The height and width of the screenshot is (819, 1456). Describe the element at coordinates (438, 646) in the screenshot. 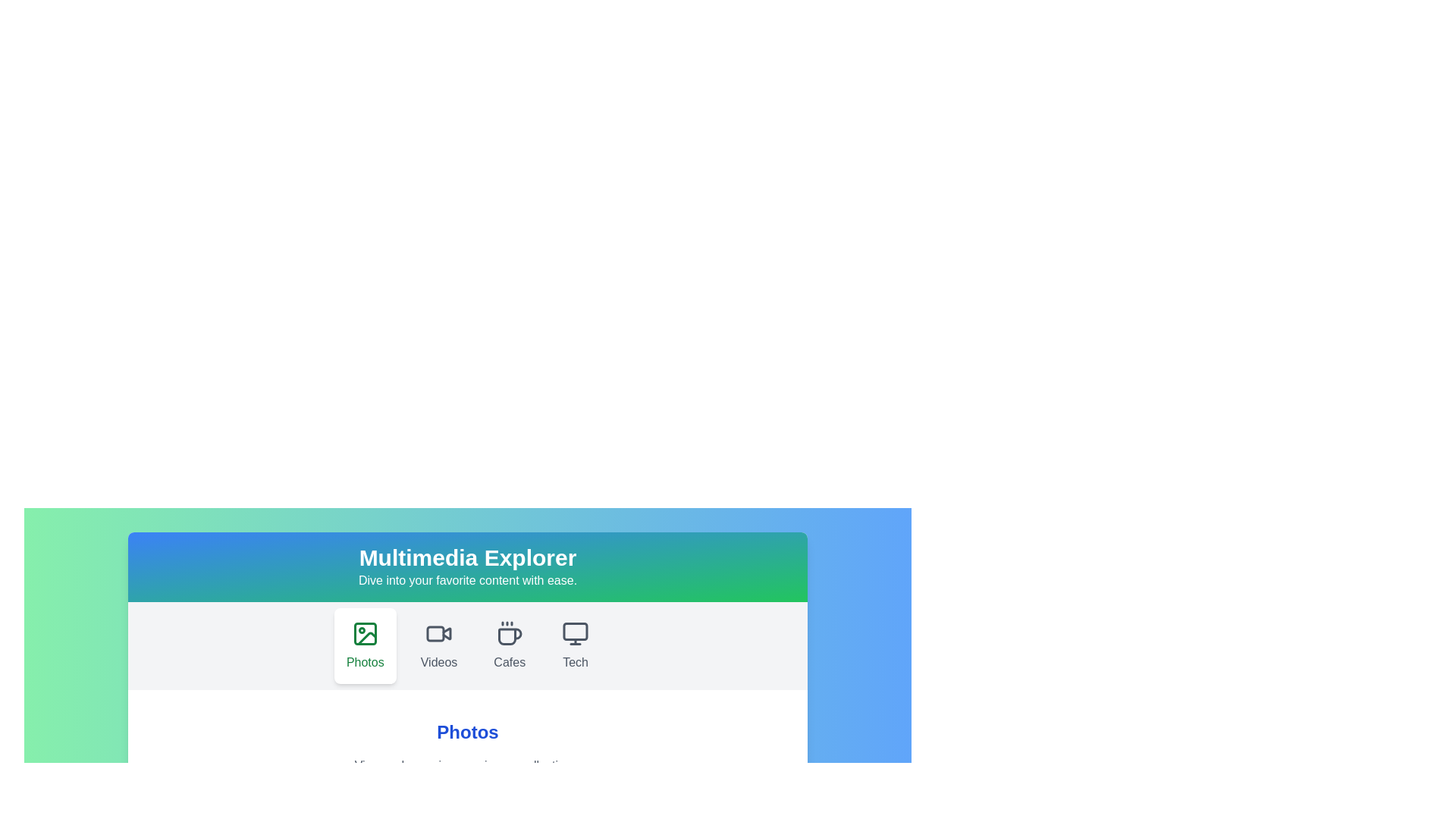

I see `the tab titled 'Videos' and its associated icon` at that location.